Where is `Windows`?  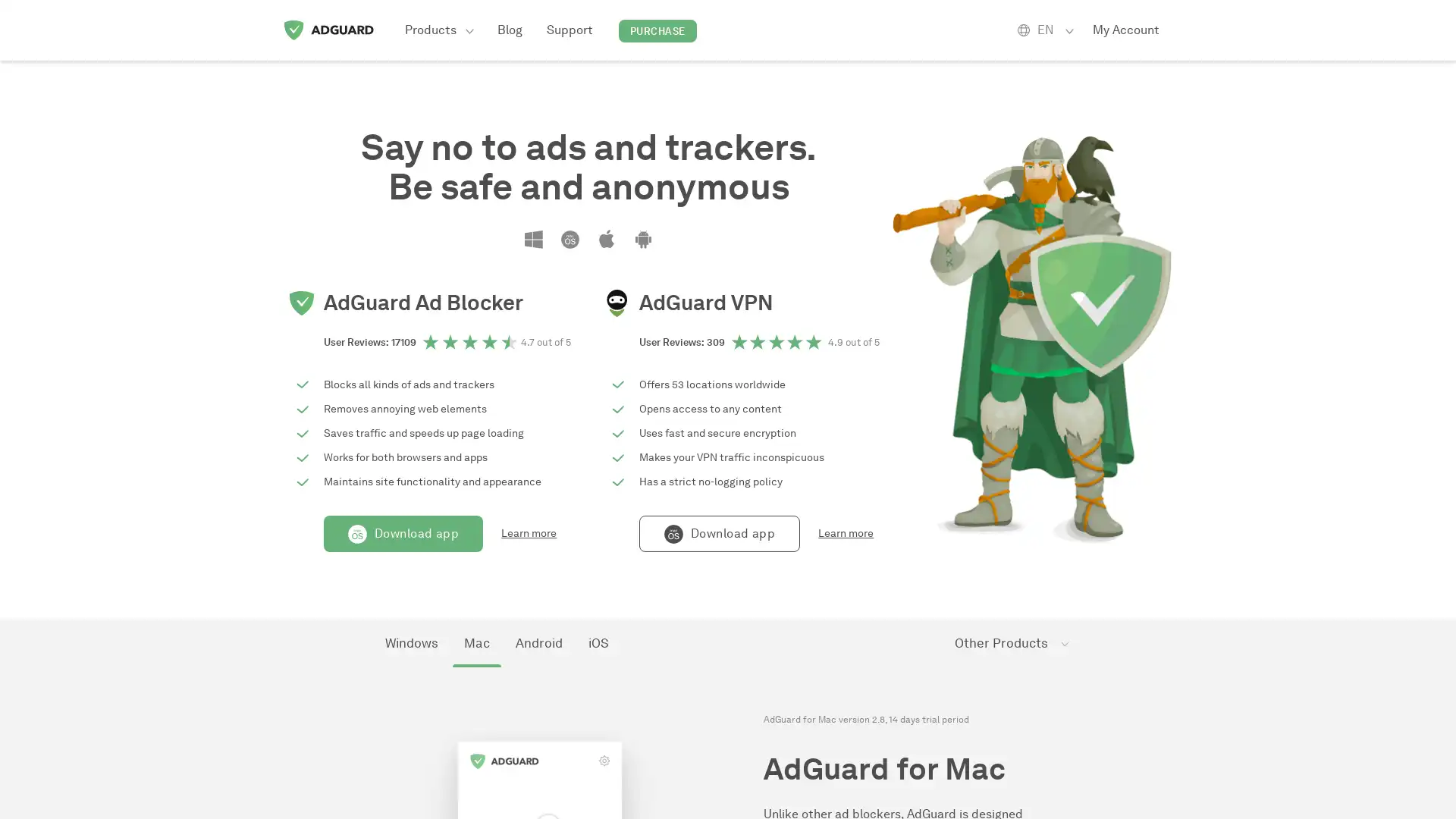
Windows is located at coordinates (411, 643).